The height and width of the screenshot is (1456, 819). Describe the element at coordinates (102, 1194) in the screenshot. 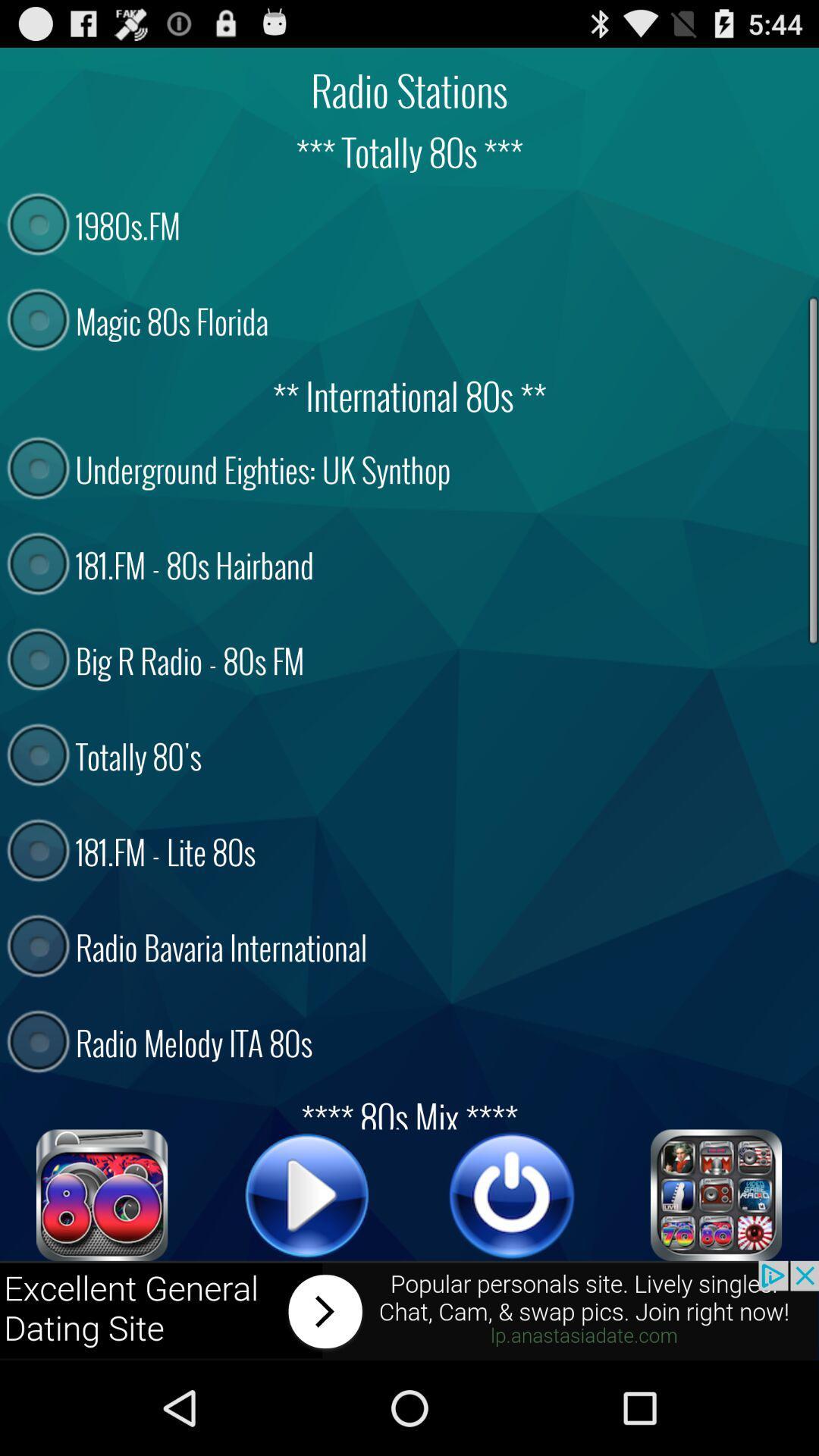

I see `top 80s` at that location.